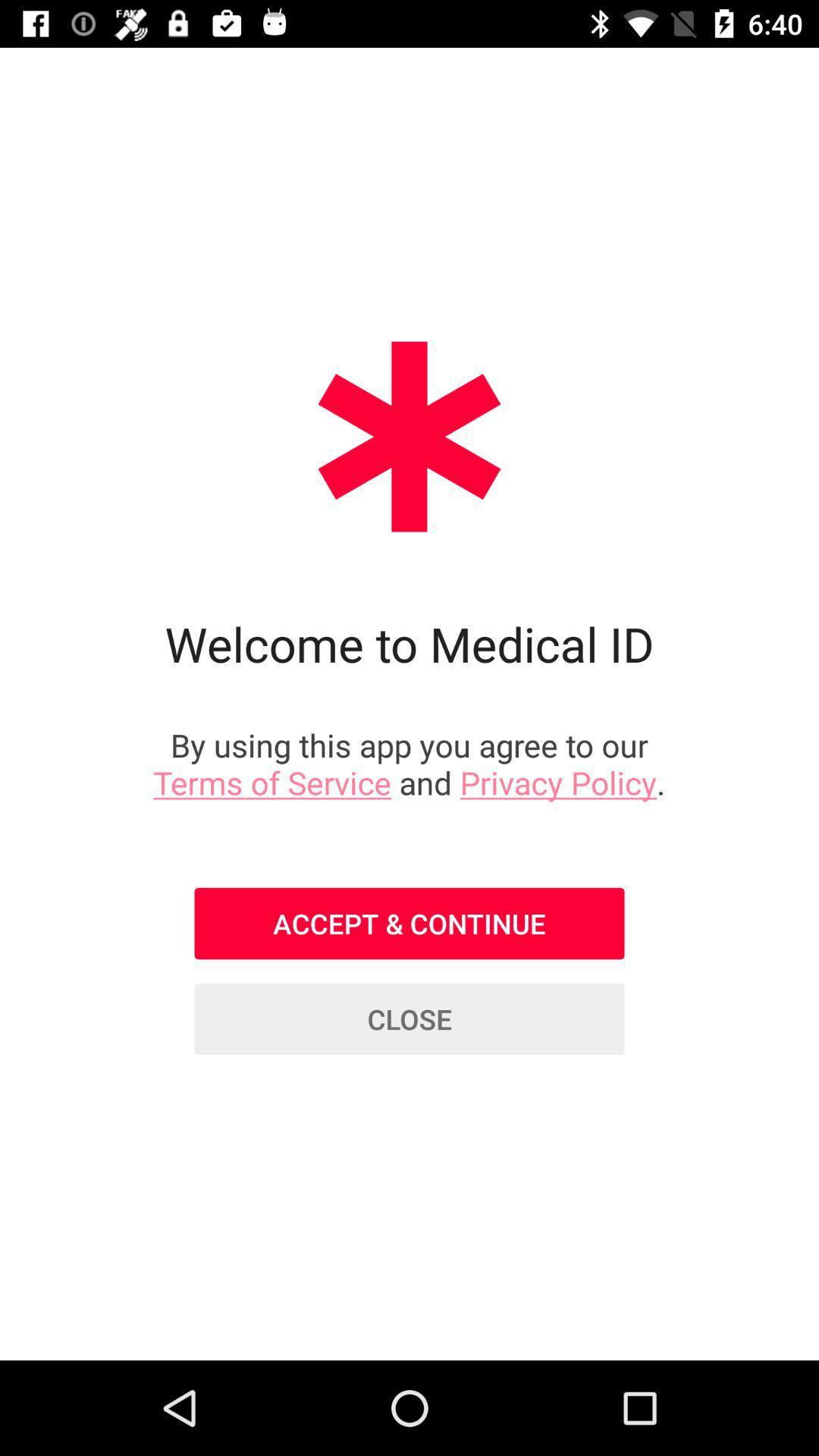 Image resolution: width=819 pixels, height=1456 pixels. What do you see at coordinates (409, 1019) in the screenshot?
I see `close` at bounding box center [409, 1019].